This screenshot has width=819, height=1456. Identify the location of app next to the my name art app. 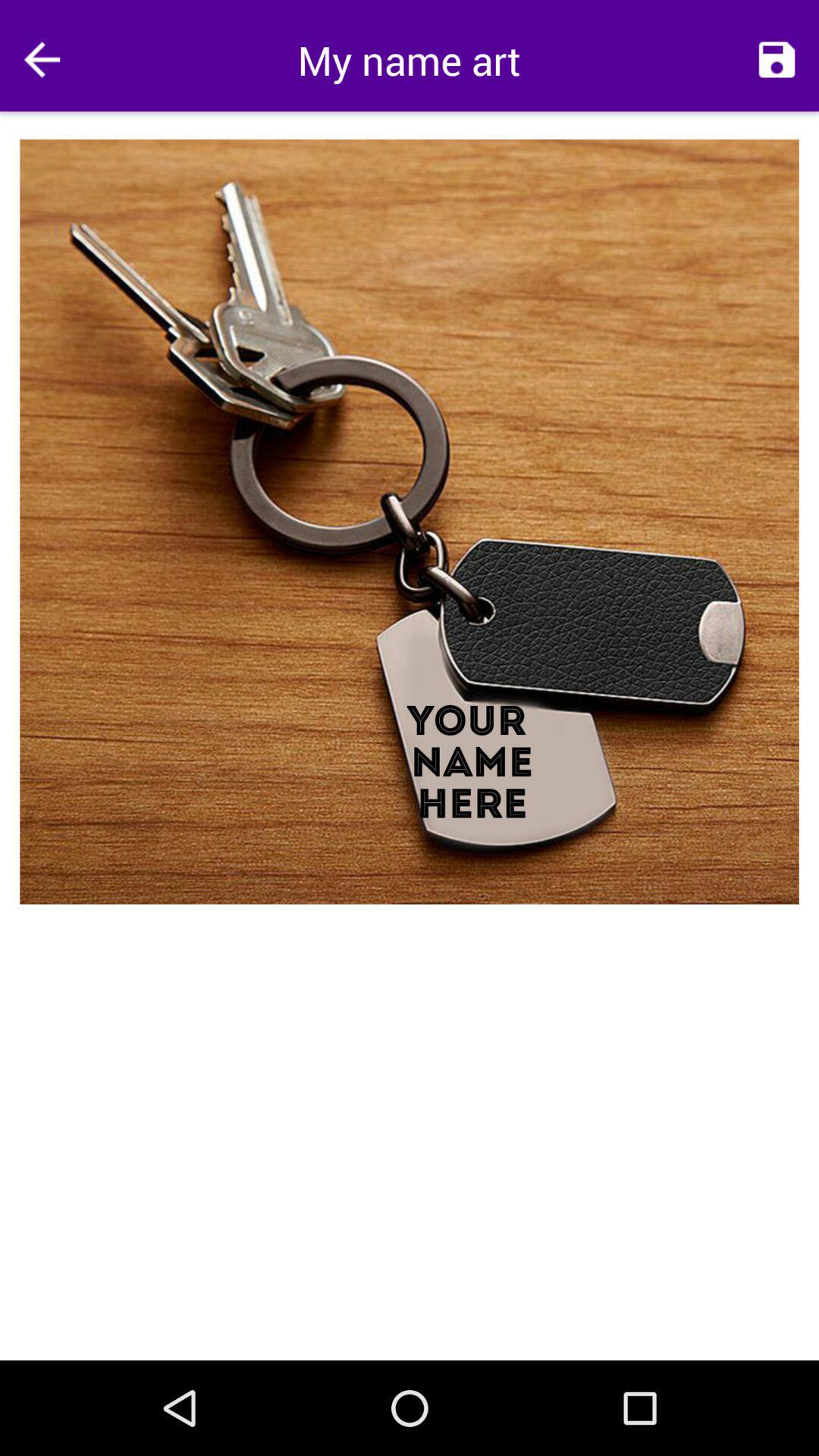
(777, 59).